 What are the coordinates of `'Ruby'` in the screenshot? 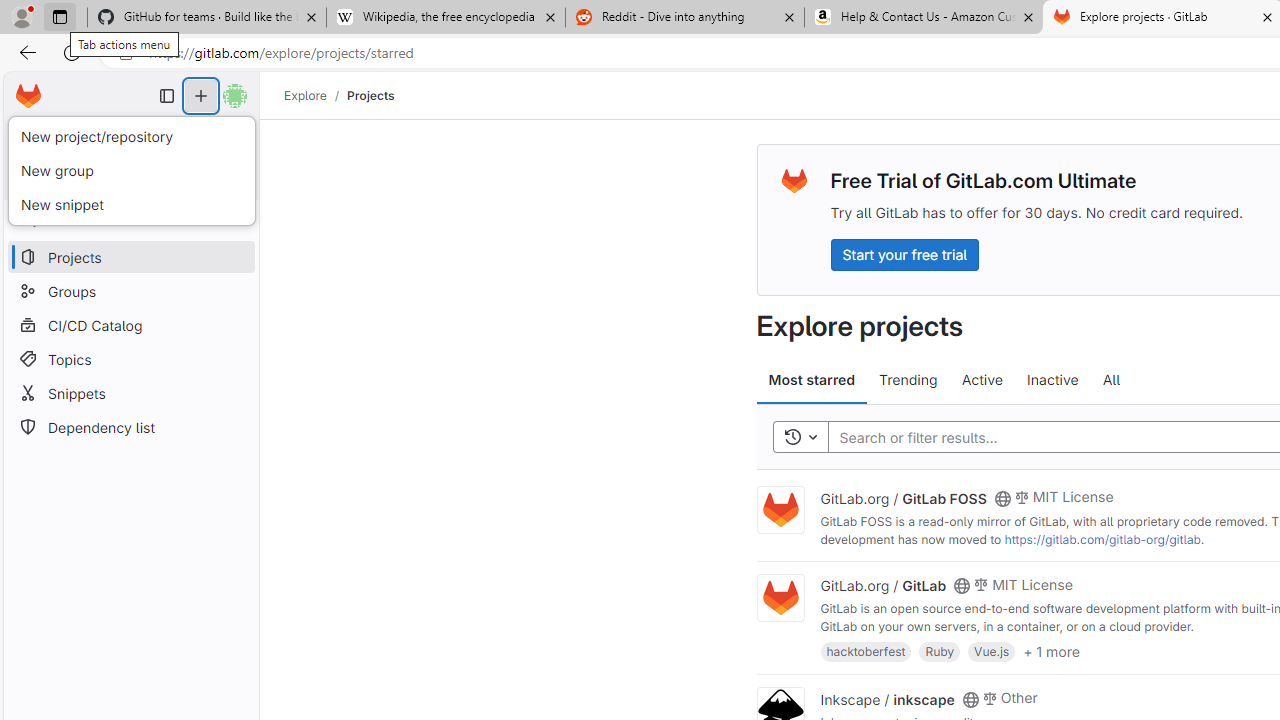 It's located at (939, 651).